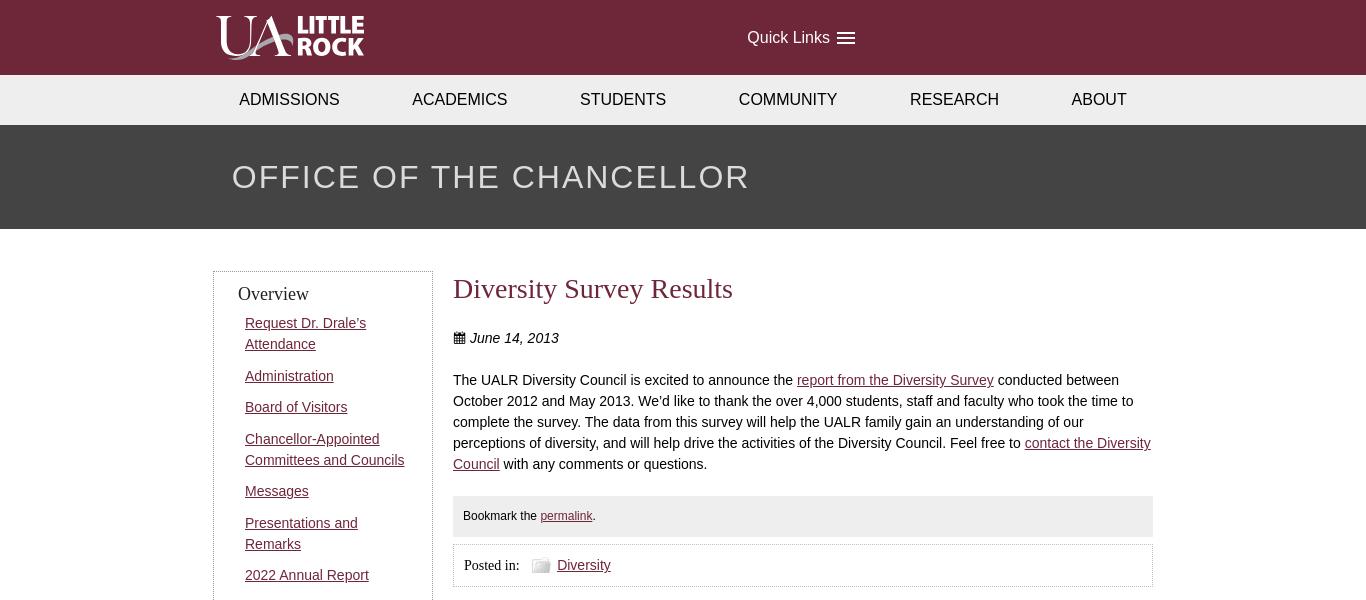 This screenshot has width=1366, height=600. What do you see at coordinates (747, 36) in the screenshot?
I see `'Quick Links'` at bounding box center [747, 36].